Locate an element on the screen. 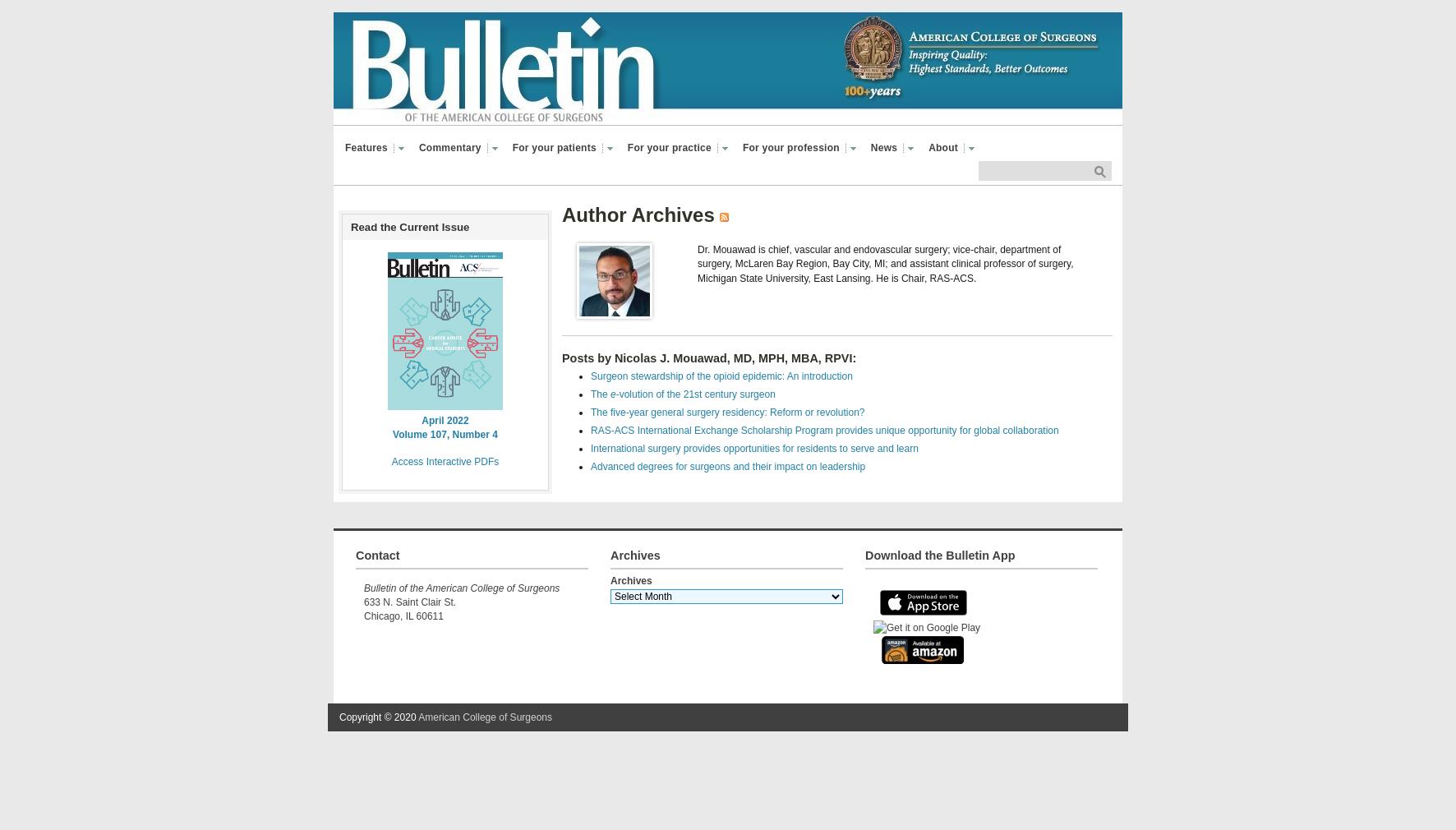 Image resolution: width=1456 pixels, height=830 pixels. 'Author Archives' is located at coordinates (560, 214).